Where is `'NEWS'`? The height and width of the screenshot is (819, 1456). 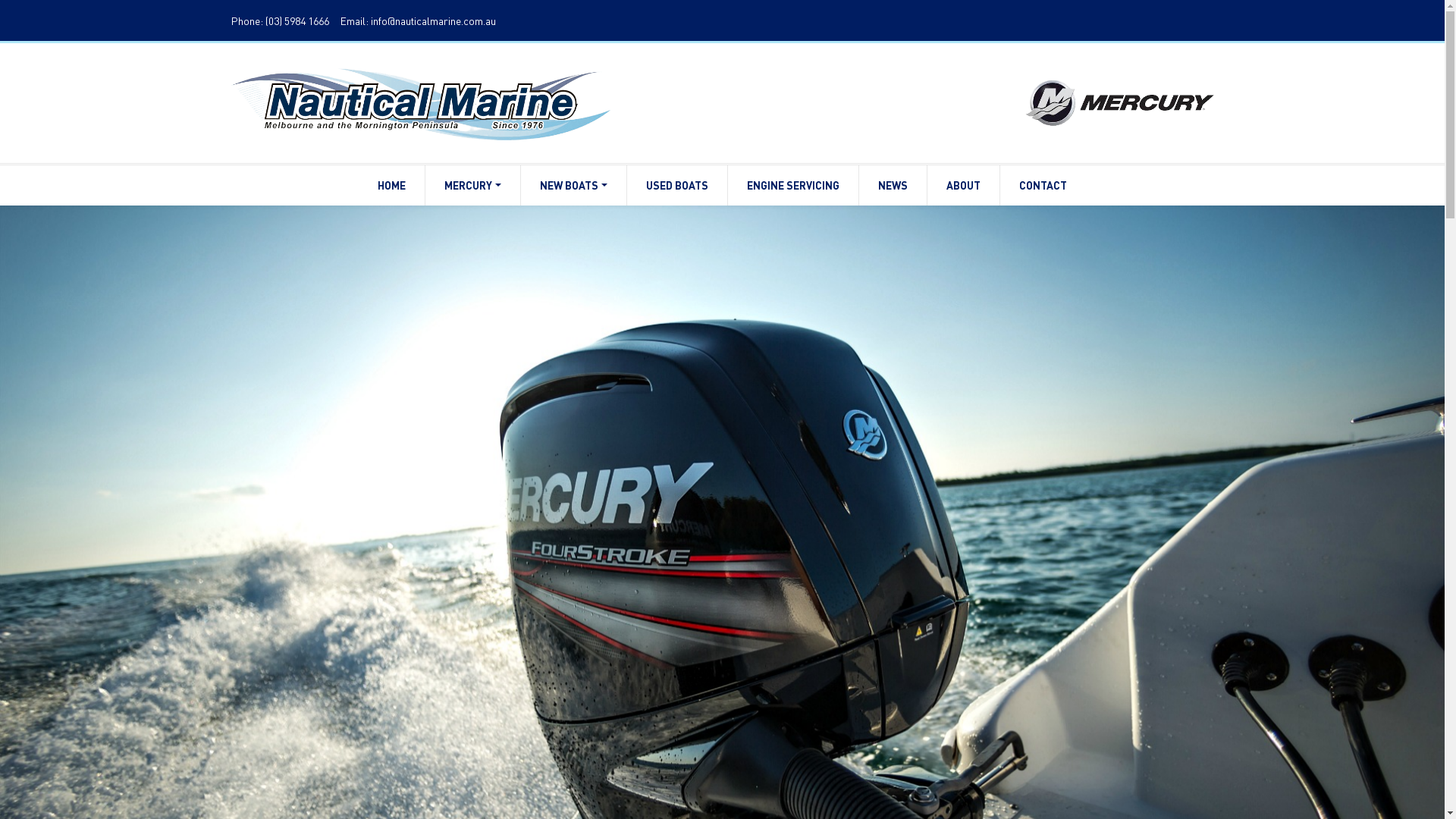
'NEWS' is located at coordinates (893, 184).